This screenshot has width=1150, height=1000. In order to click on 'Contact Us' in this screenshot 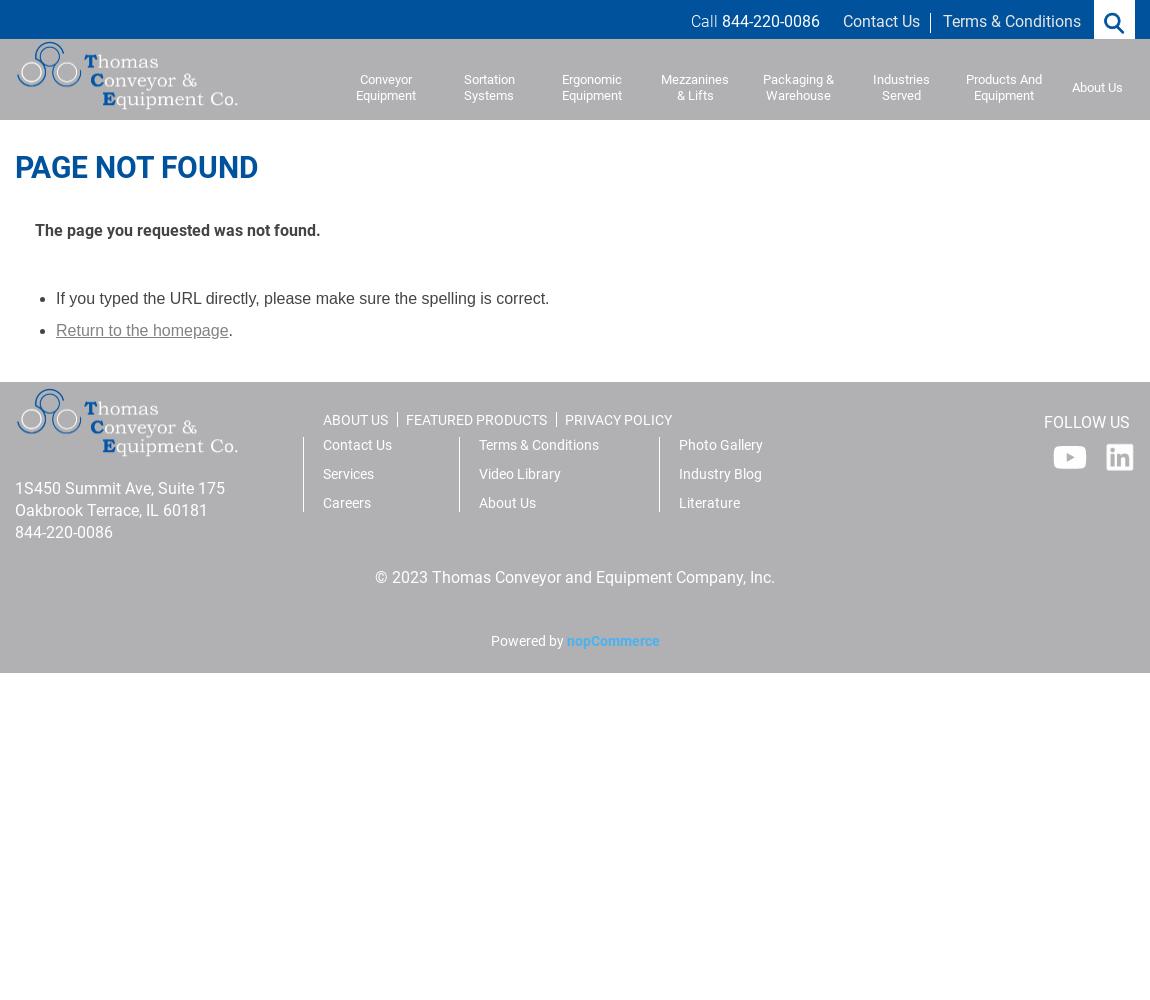, I will do `click(357, 444)`.